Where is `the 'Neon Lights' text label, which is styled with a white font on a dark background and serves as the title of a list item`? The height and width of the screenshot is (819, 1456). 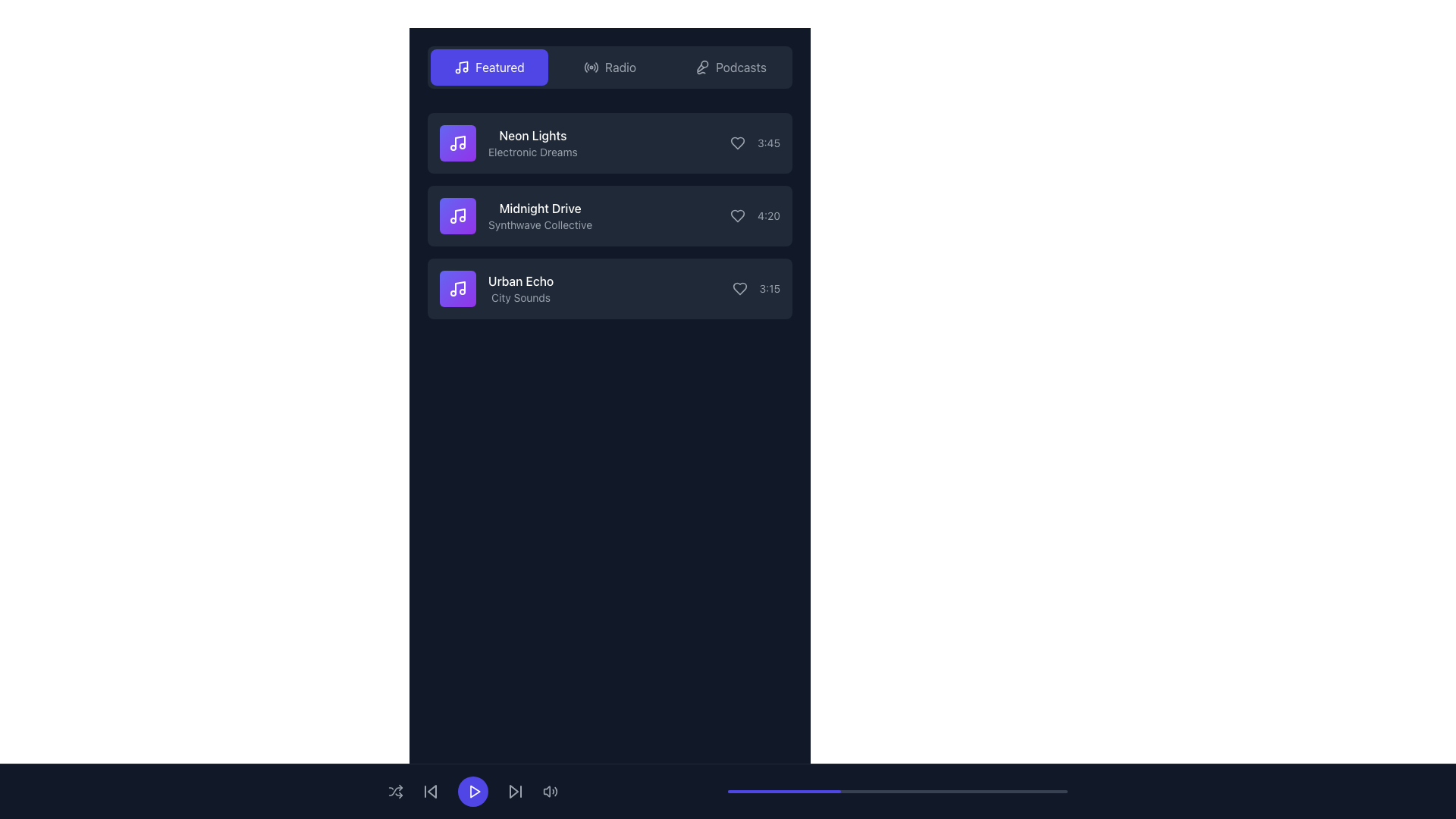 the 'Neon Lights' text label, which is styled with a white font on a dark background and serves as the title of a list item is located at coordinates (532, 134).